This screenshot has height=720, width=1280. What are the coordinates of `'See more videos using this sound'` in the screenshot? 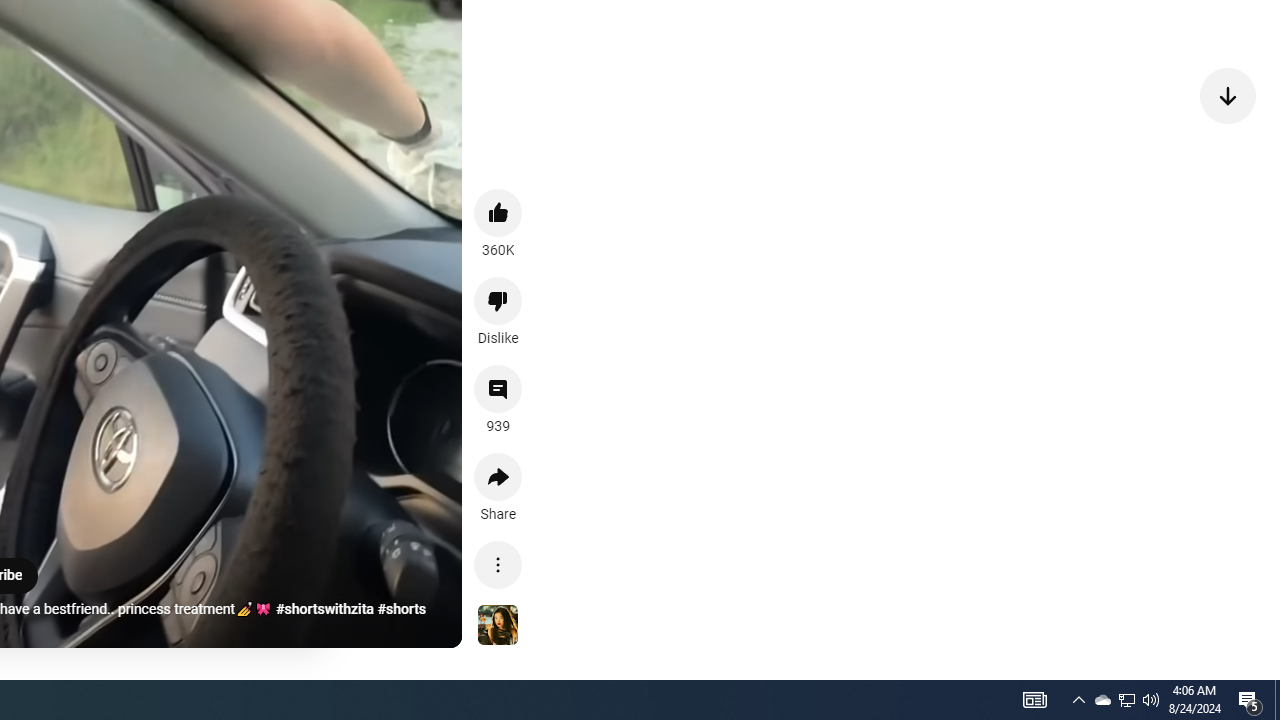 It's located at (497, 625).